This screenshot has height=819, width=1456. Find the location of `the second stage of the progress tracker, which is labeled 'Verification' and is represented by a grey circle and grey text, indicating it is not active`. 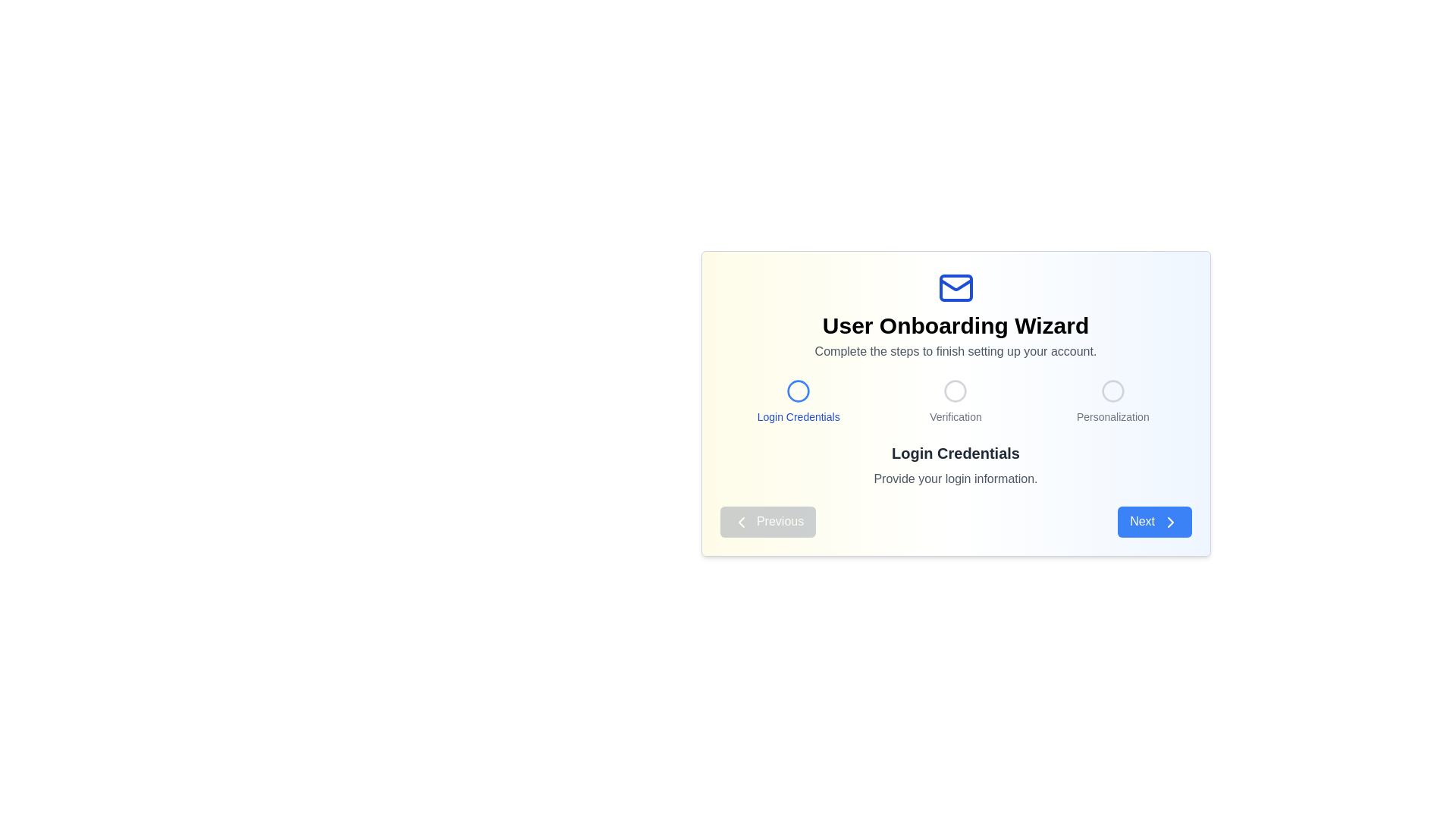

the second stage of the progress tracker, which is labeled 'Verification' and is represented by a grey circle and grey text, indicating it is not active is located at coordinates (955, 400).